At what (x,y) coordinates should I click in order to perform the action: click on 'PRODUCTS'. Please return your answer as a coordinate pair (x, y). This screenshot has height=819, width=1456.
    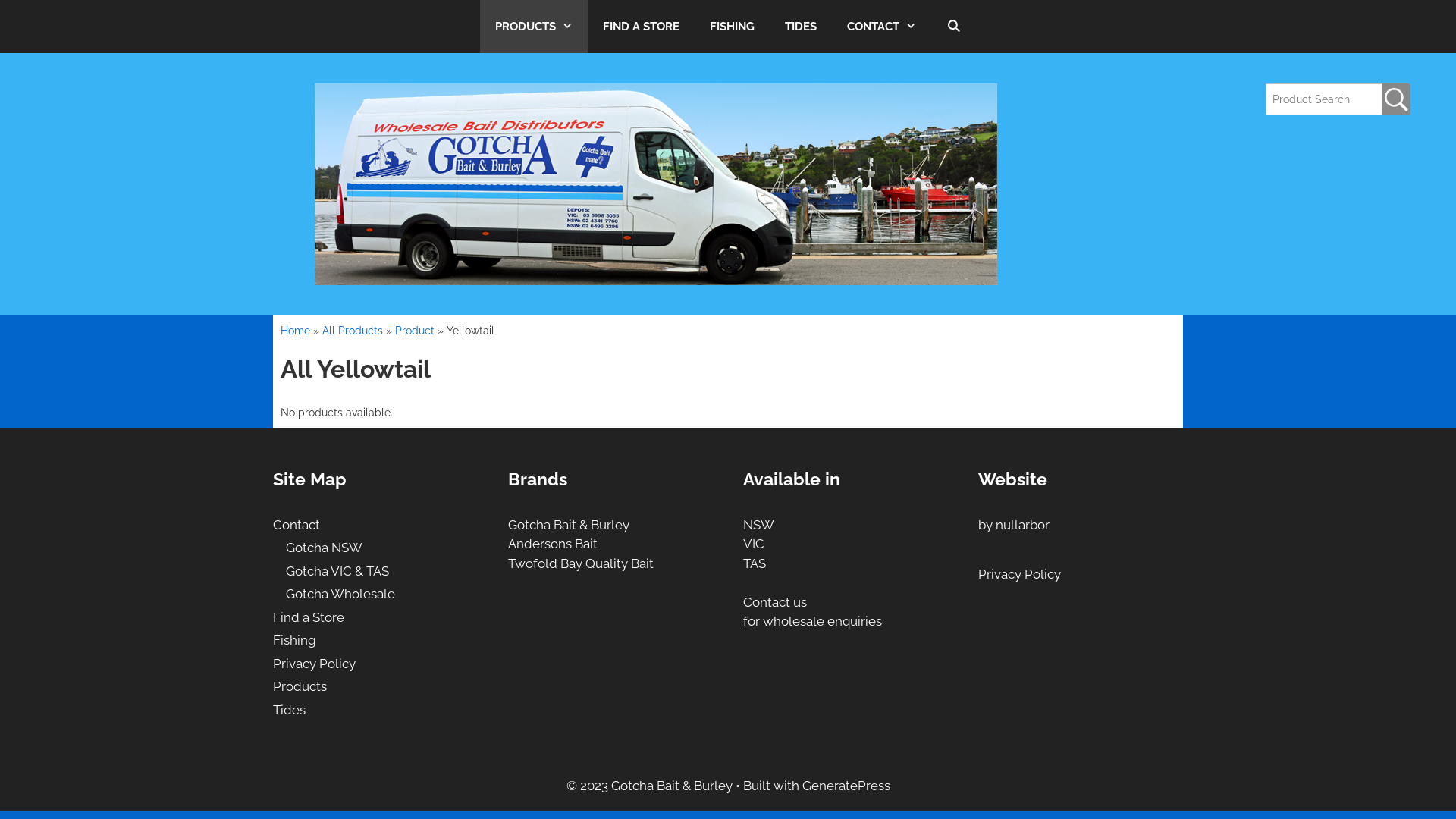
    Looking at the image, I should click on (479, 26).